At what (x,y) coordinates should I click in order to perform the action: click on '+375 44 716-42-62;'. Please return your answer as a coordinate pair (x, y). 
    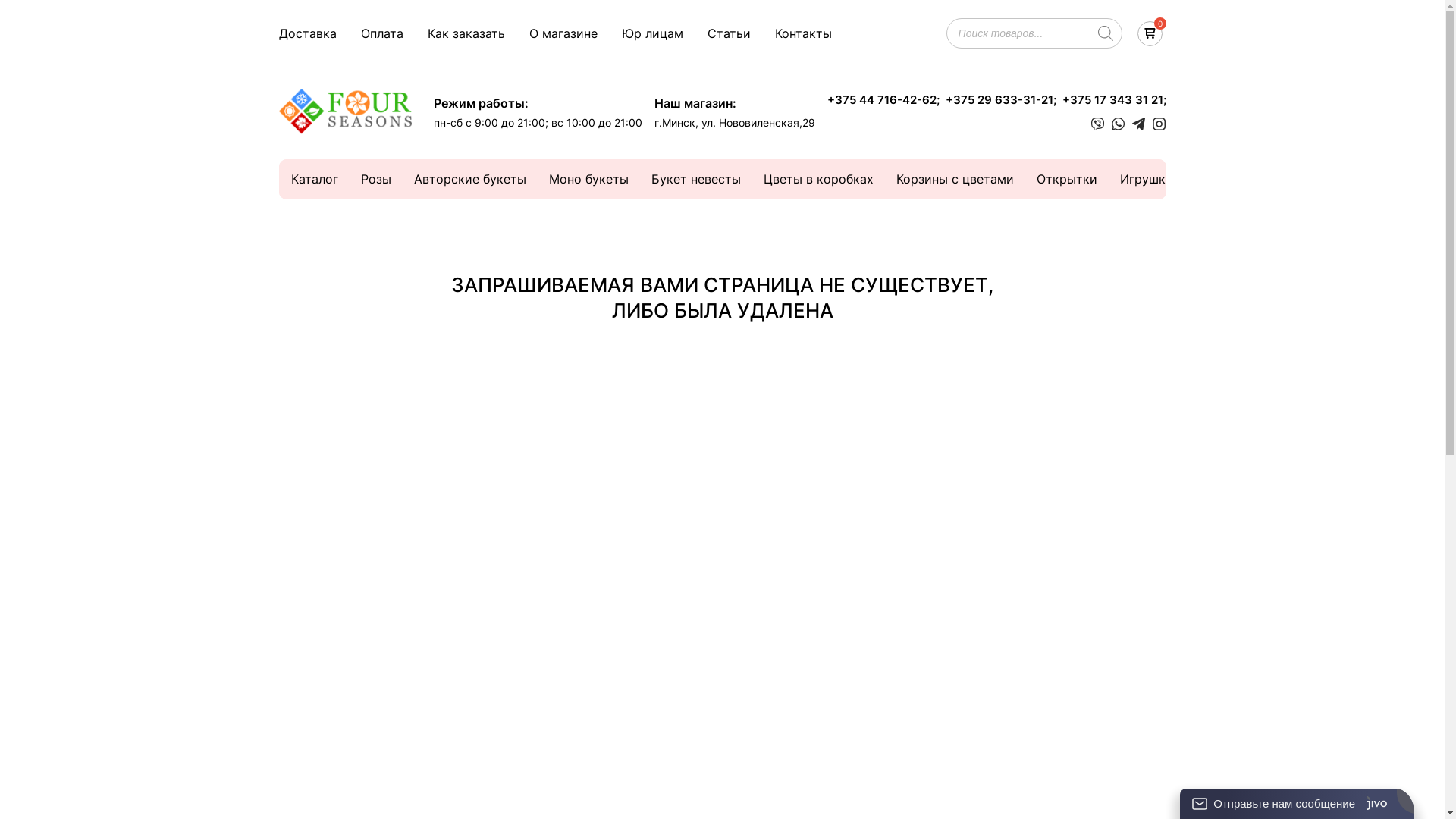
    Looking at the image, I should click on (882, 100).